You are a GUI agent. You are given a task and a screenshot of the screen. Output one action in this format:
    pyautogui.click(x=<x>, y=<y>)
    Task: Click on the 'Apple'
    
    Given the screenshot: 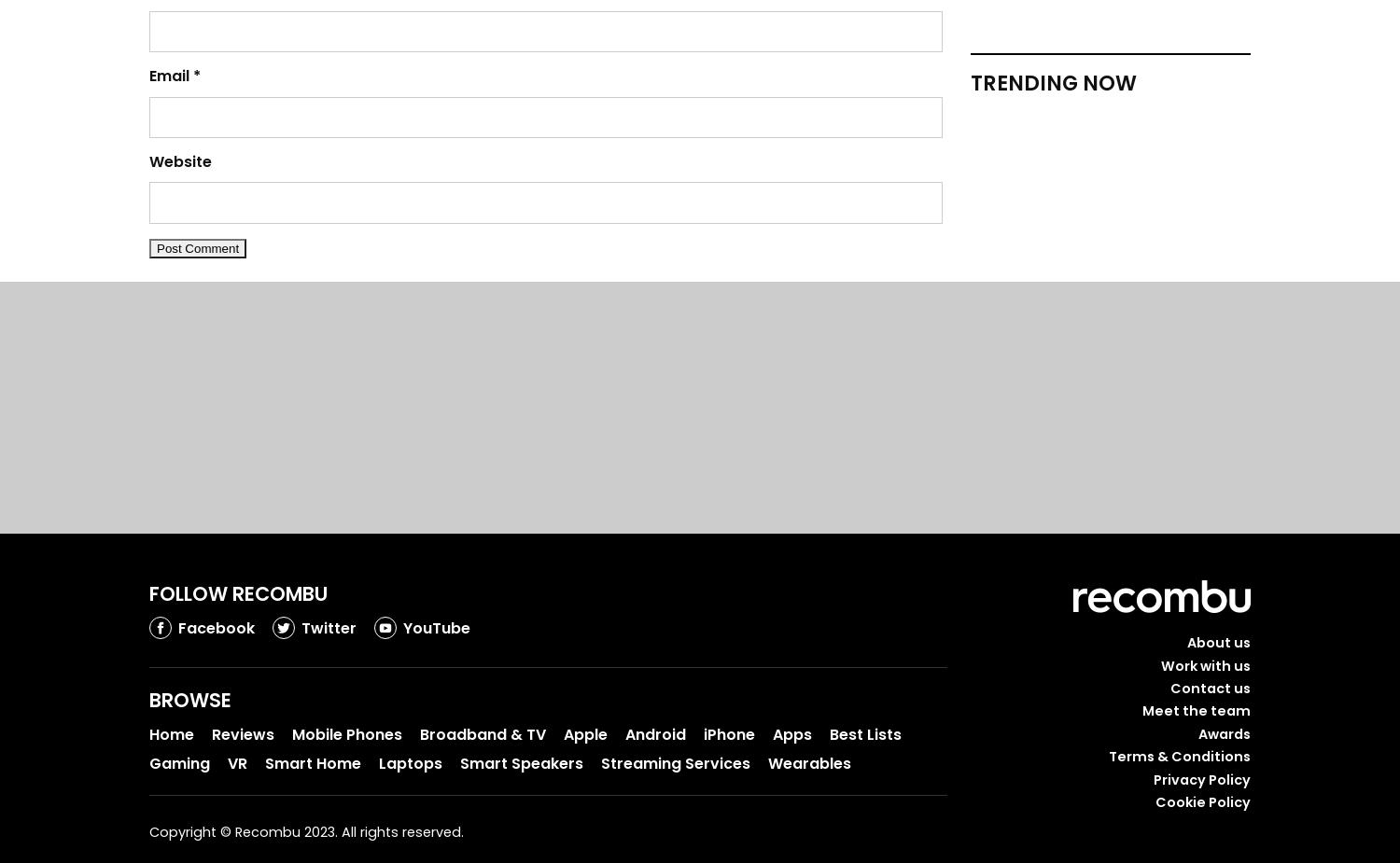 What is the action you would take?
    pyautogui.click(x=585, y=734)
    